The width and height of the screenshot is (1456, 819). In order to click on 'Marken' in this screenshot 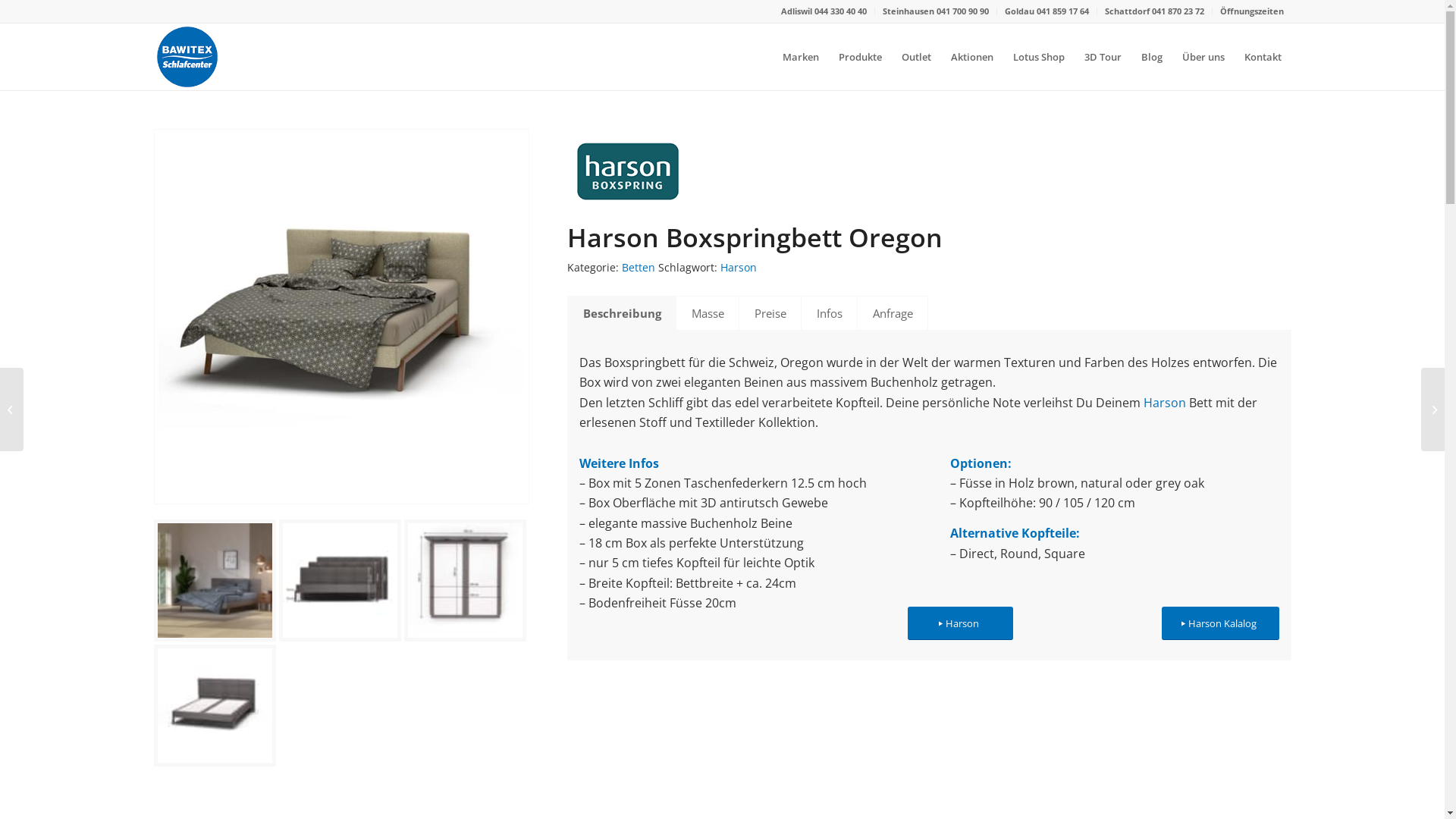, I will do `click(799, 55)`.